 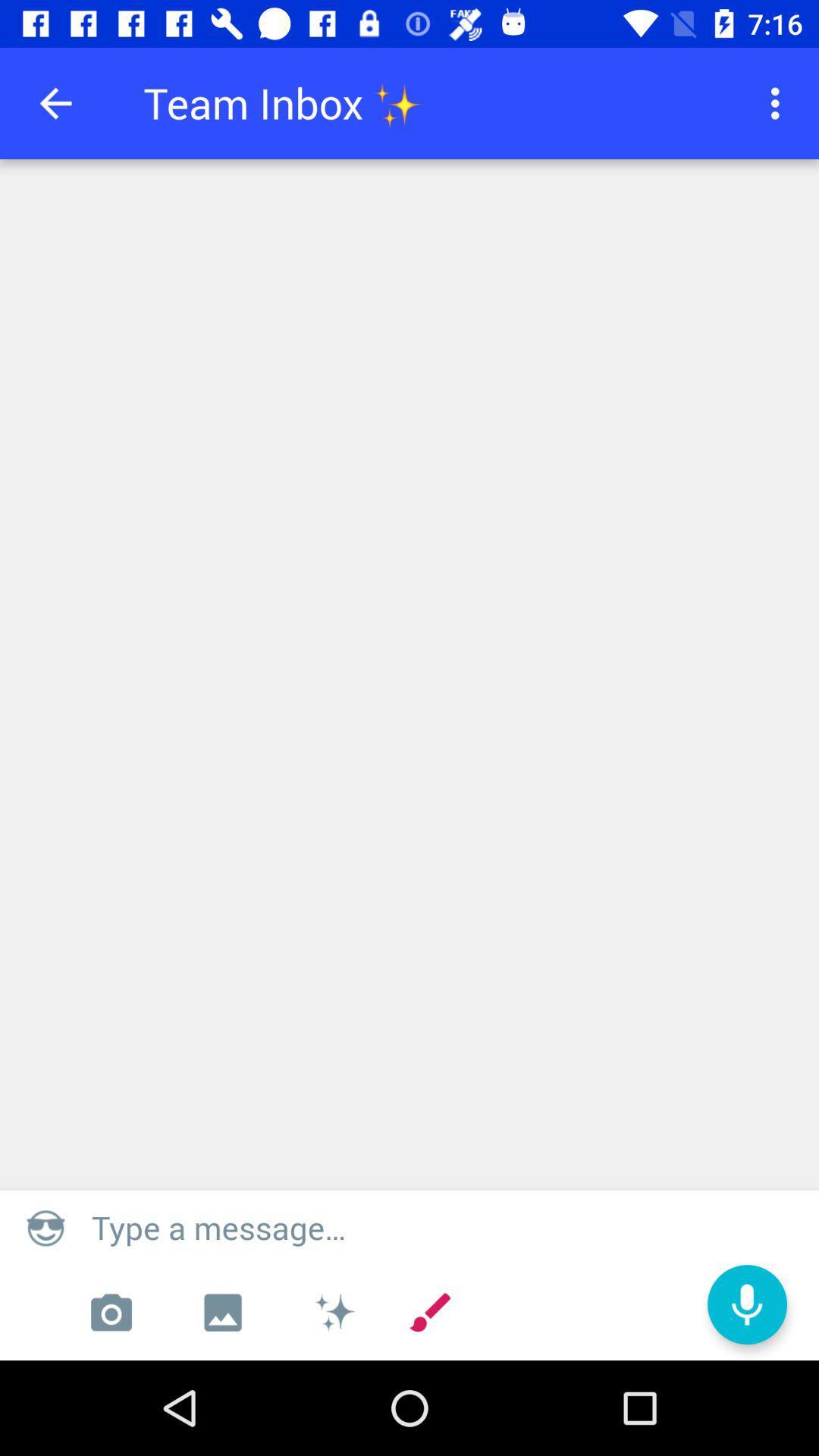 What do you see at coordinates (45, 1227) in the screenshot?
I see `the emoji icon` at bounding box center [45, 1227].